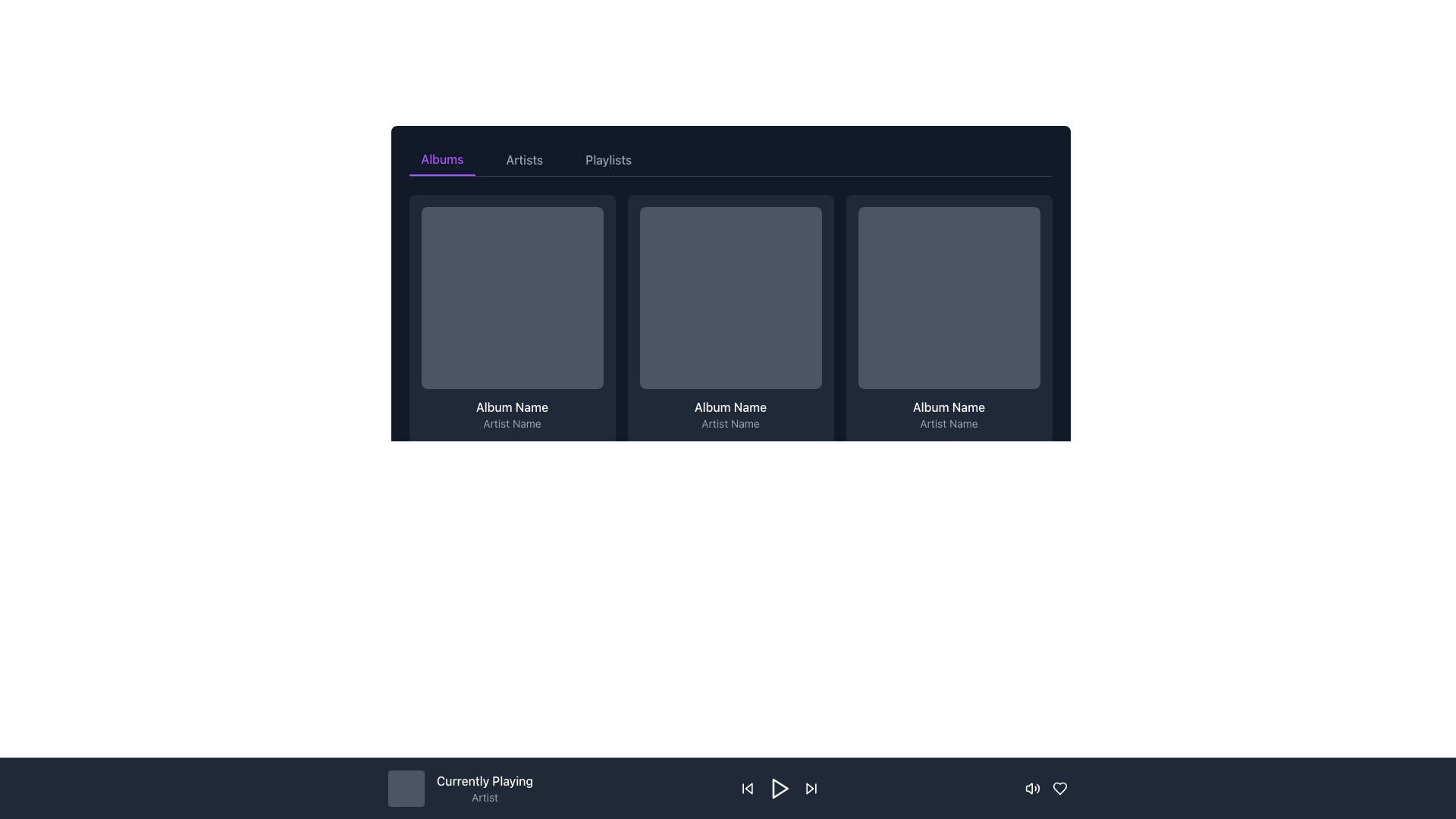 The width and height of the screenshot is (1456, 819). What do you see at coordinates (948, 406) in the screenshot?
I see `text content of the 'Album Name' label, which is displayed in bold white font, located in the third album card from the left, beneath the album thumbnail placeholder` at bounding box center [948, 406].